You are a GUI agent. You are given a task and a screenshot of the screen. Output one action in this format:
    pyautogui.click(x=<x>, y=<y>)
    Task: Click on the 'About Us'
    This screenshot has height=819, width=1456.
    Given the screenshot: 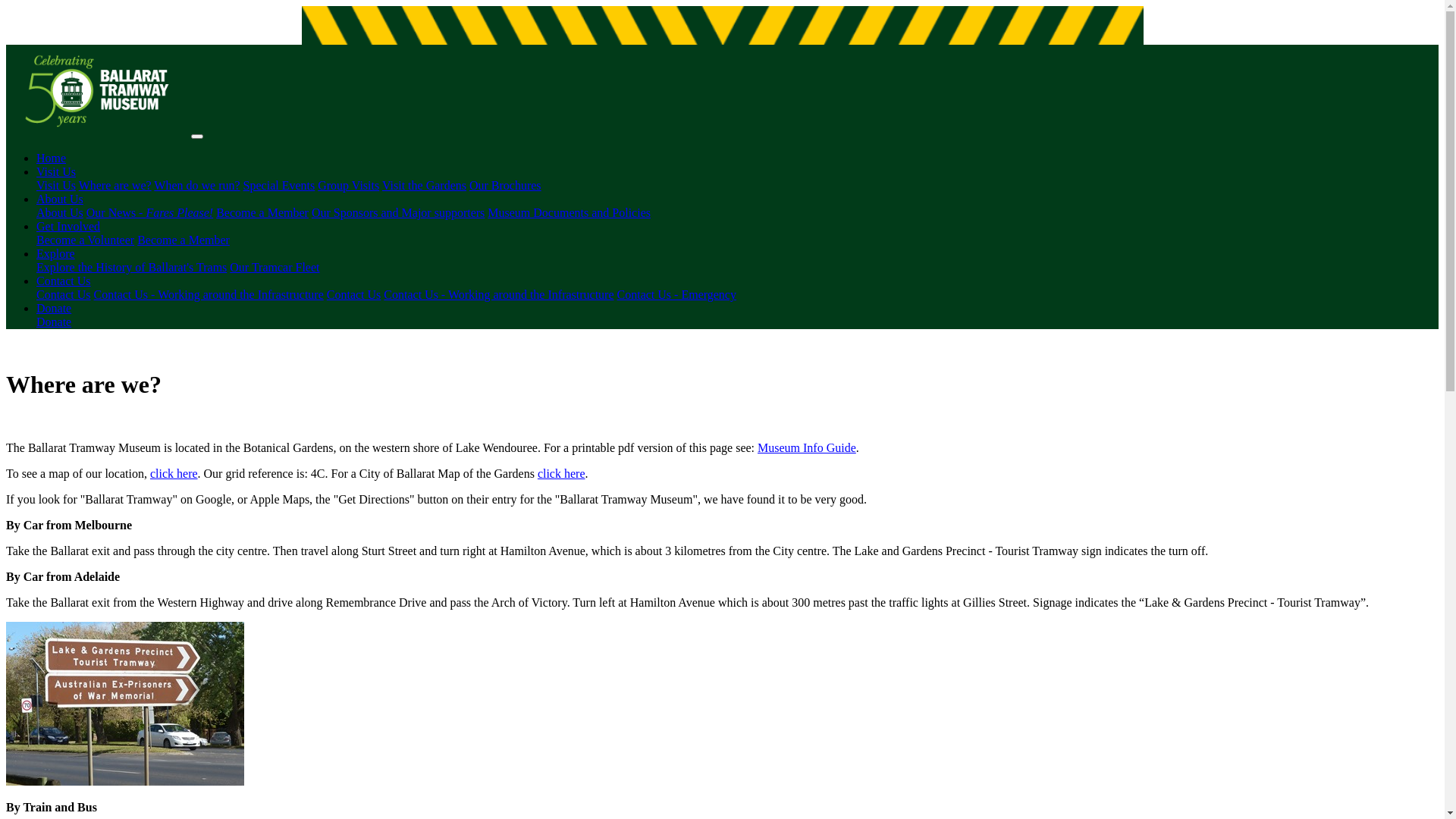 What is the action you would take?
    pyautogui.click(x=59, y=198)
    